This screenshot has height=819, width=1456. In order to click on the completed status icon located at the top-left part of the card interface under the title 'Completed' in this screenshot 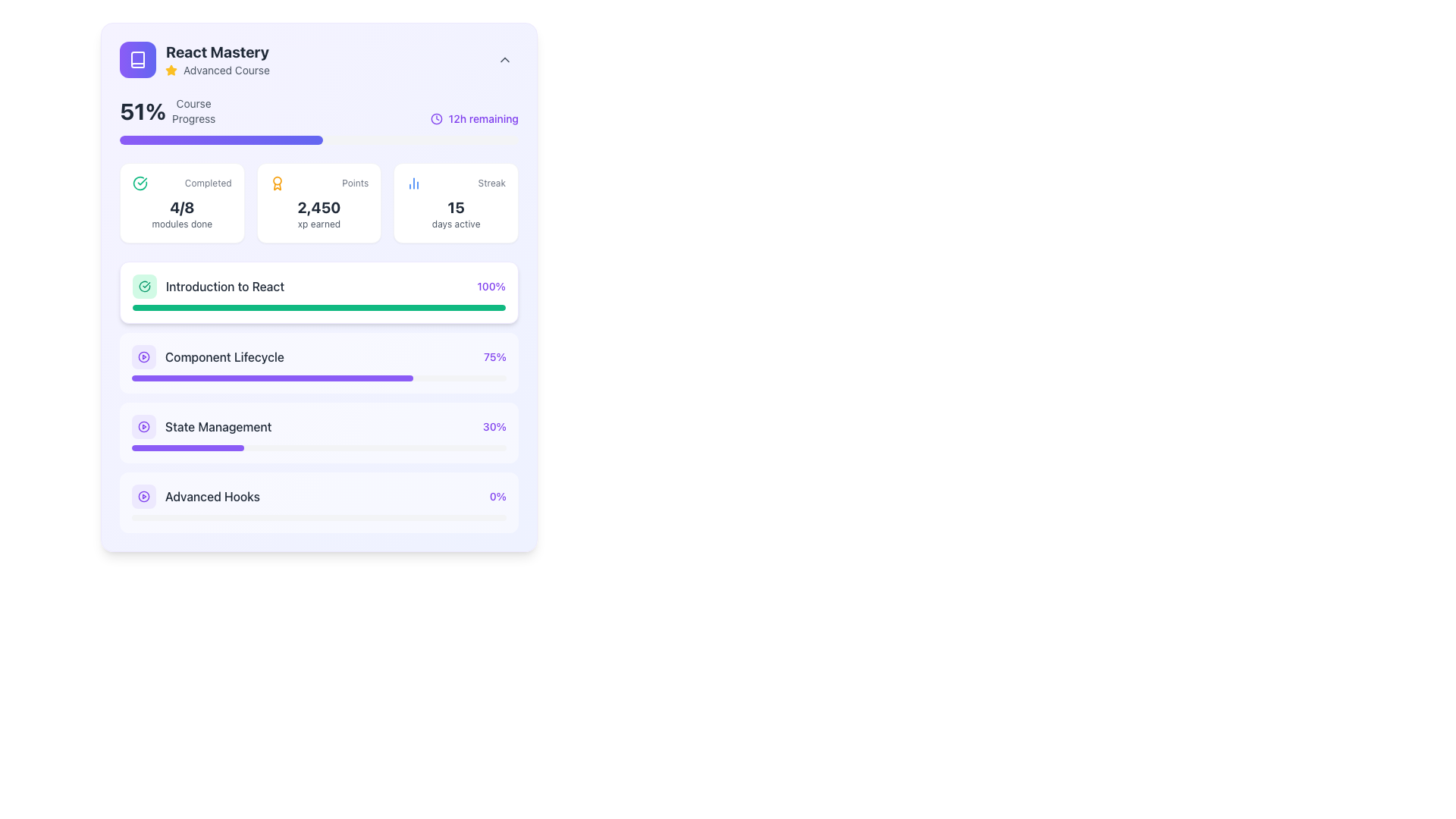, I will do `click(140, 183)`.